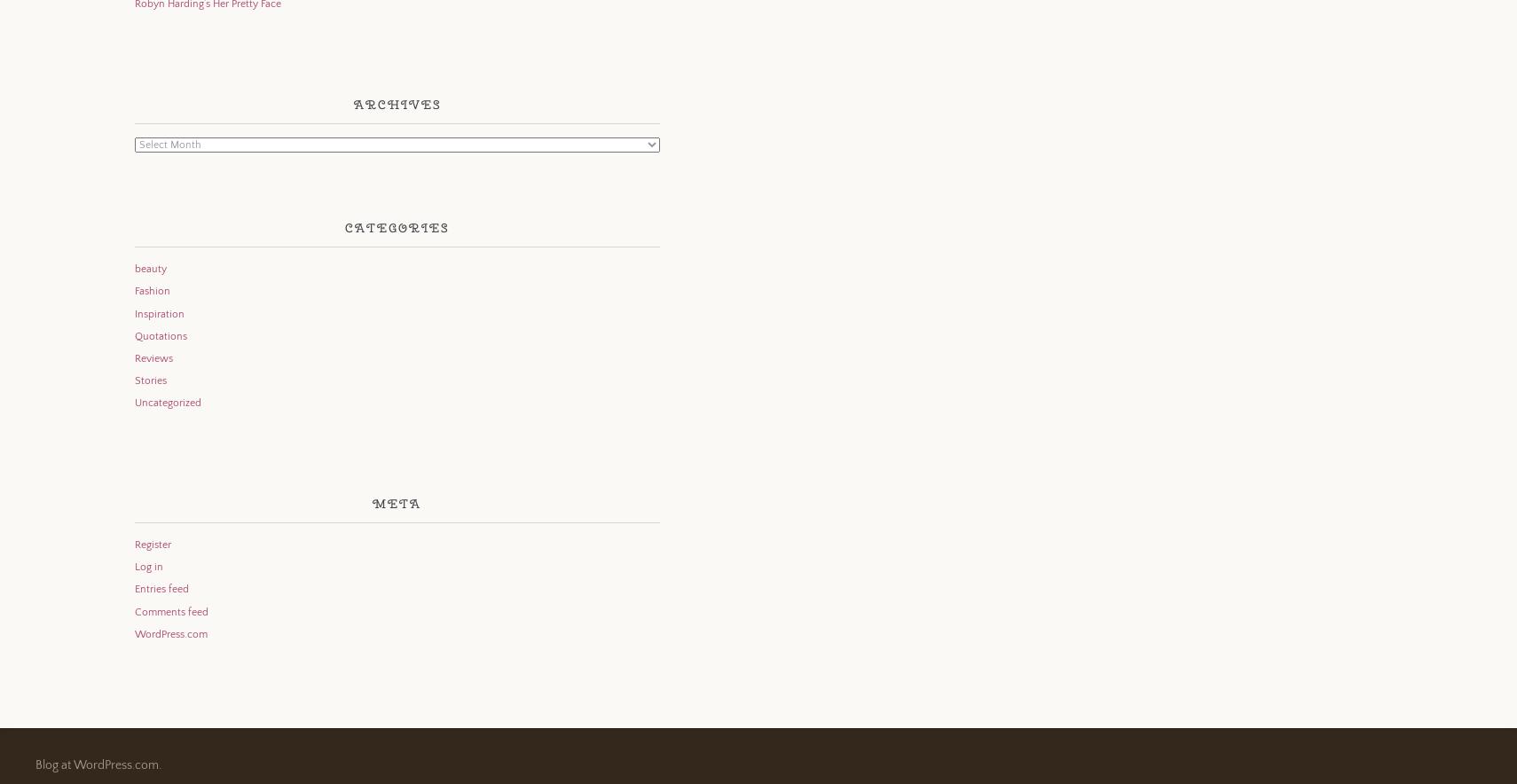 The height and width of the screenshot is (784, 1517). I want to click on 'Entries feed', so click(132, 589).